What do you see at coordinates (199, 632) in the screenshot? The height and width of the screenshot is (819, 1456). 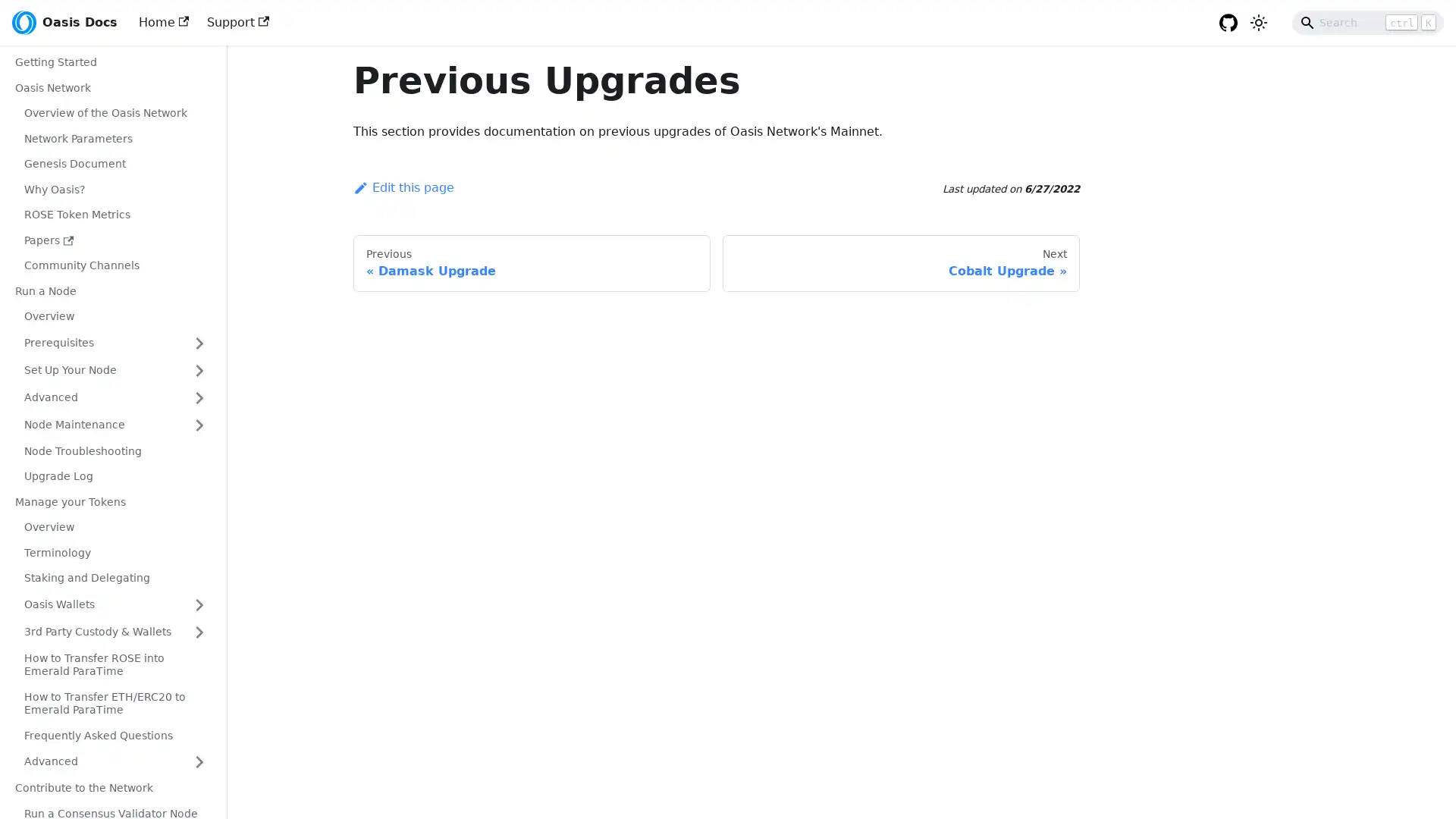 I see `Toggle the collapsible sidebar category '3rd Party Custody & Wallets'` at bounding box center [199, 632].